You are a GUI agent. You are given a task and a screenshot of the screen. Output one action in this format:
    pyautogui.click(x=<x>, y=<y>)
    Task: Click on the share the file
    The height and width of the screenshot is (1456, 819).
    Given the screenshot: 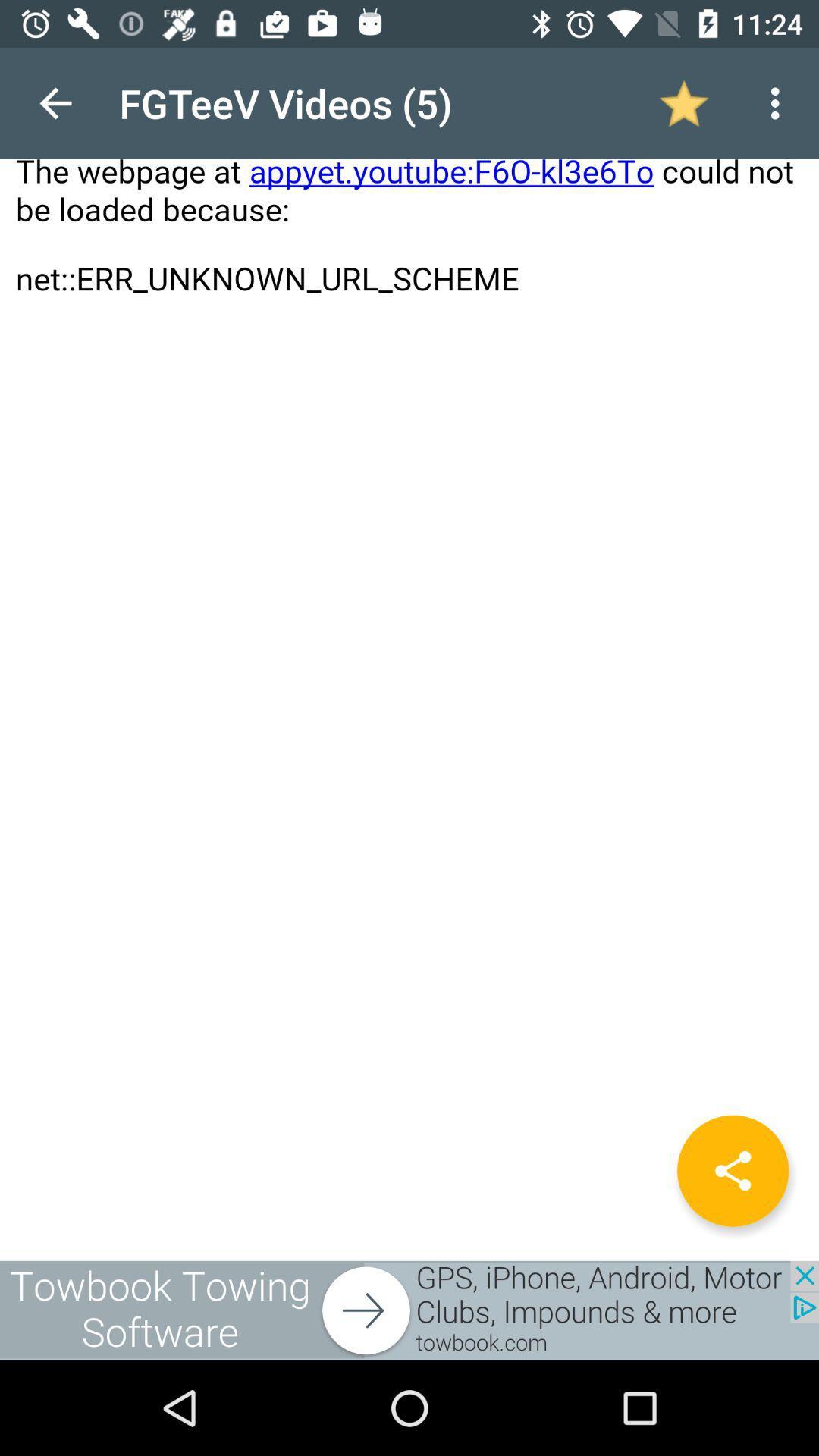 What is the action you would take?
    pyautogui.click(x=732, y=1170)
    